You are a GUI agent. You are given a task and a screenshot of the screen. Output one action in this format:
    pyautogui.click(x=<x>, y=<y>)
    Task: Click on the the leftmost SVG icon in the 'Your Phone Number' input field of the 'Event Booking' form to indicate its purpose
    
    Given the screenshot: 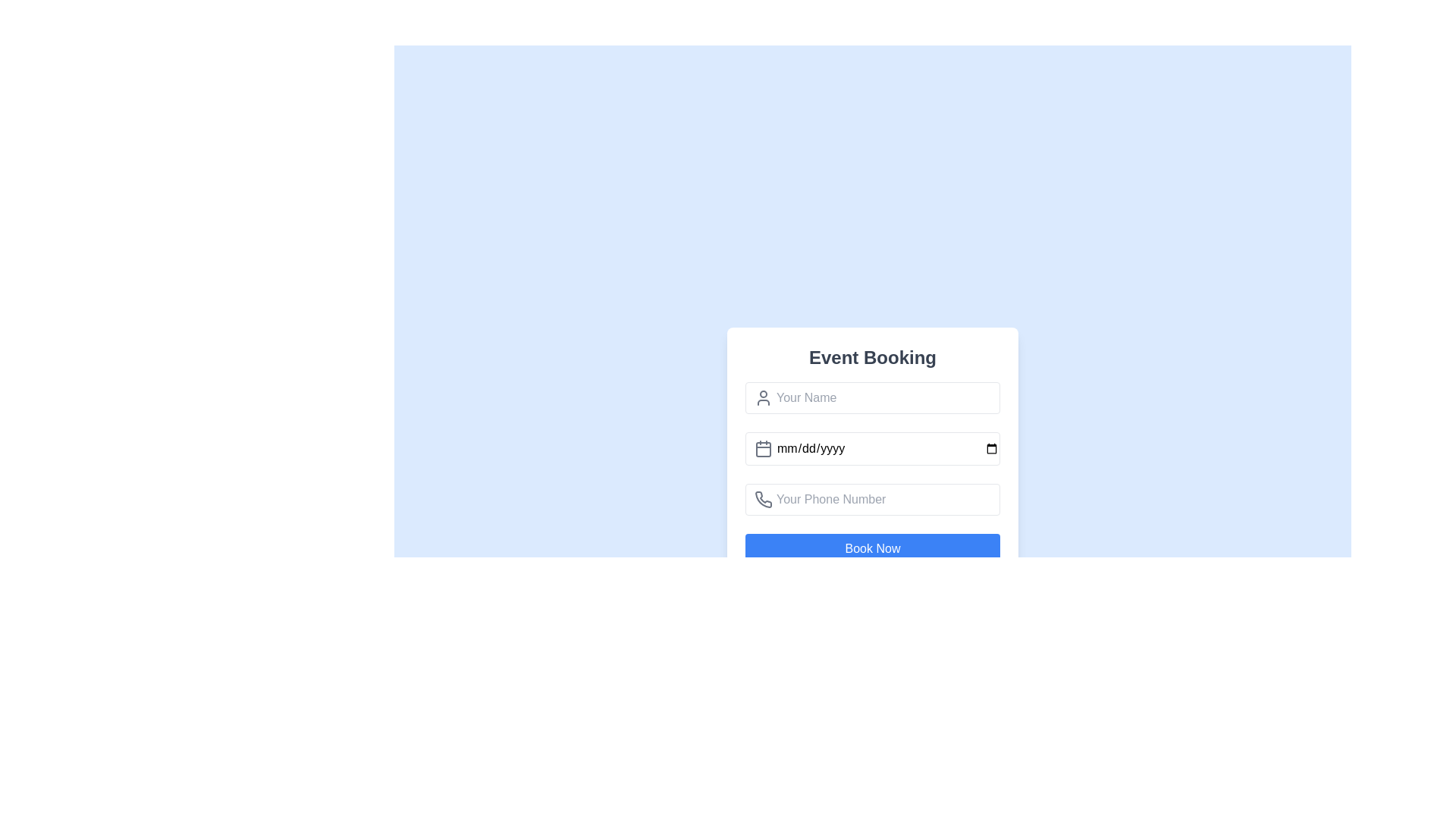 What is the action you would take?
    pyautogui.click(x=764, y=500)
    